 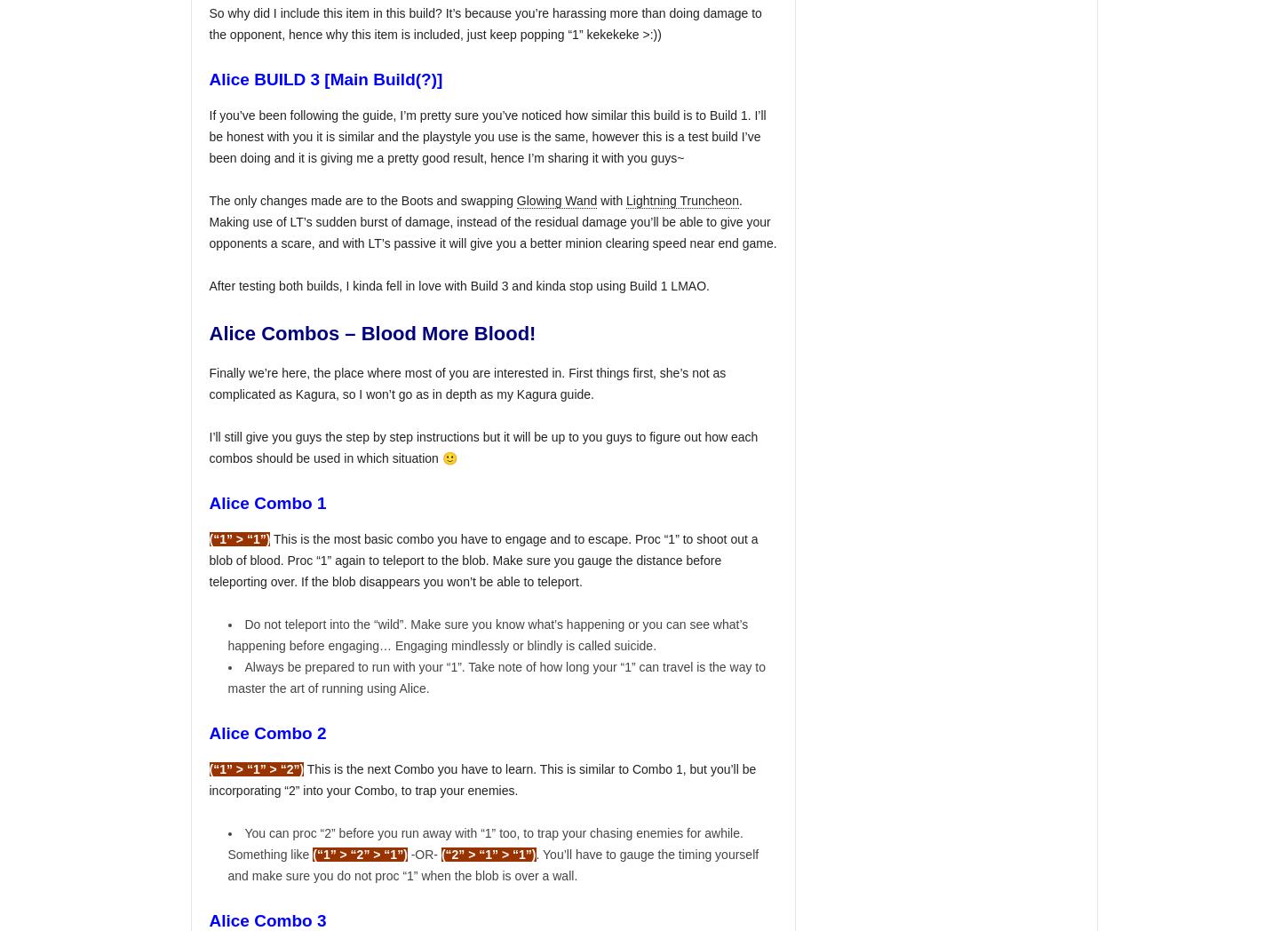 What do you see at coordinates (458, 286) in the screenshot?
I see `'After testing both builds, I kinda fell in love with Build 3 and kinda stop using Build 1 LMAO.'` at bounding box center [458, 286].